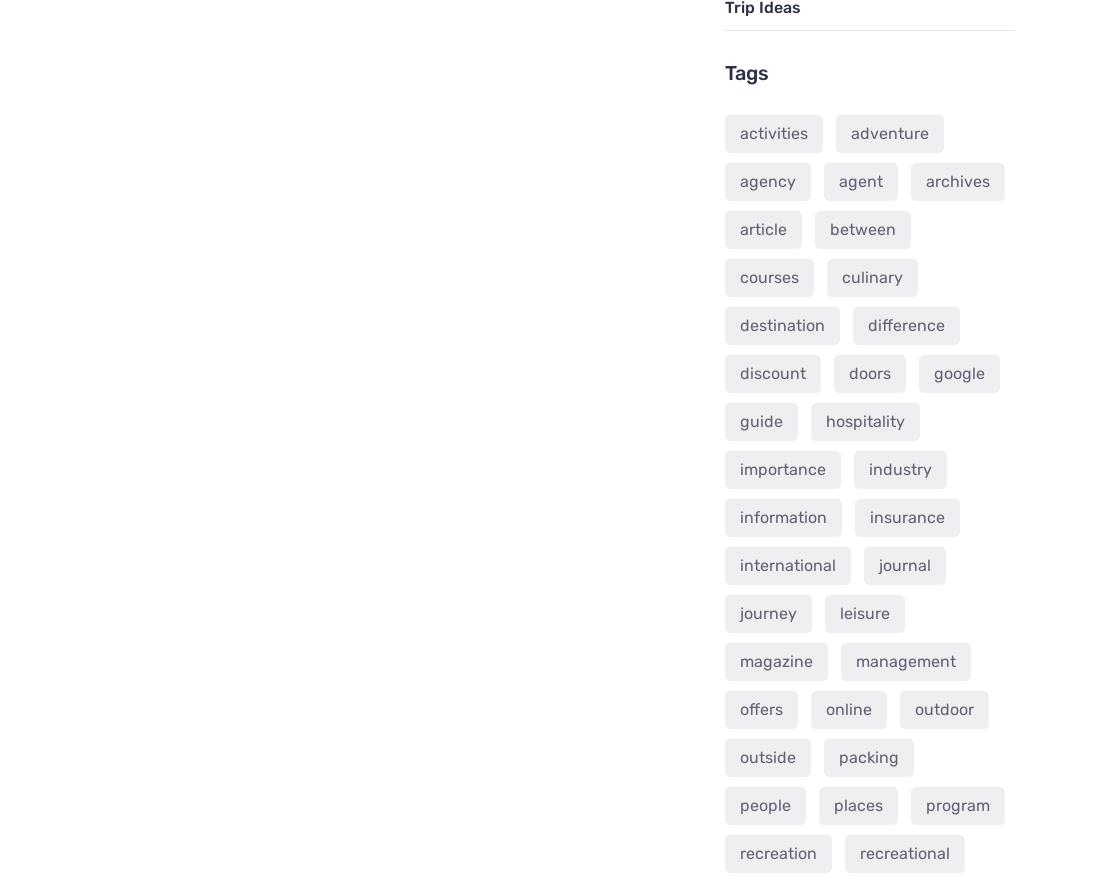 This screenshot has width=1100, height=879. What do you see at coordinates (737, 419) in the screenshot?
I see `'guide'` at bounding box center [737, 419].